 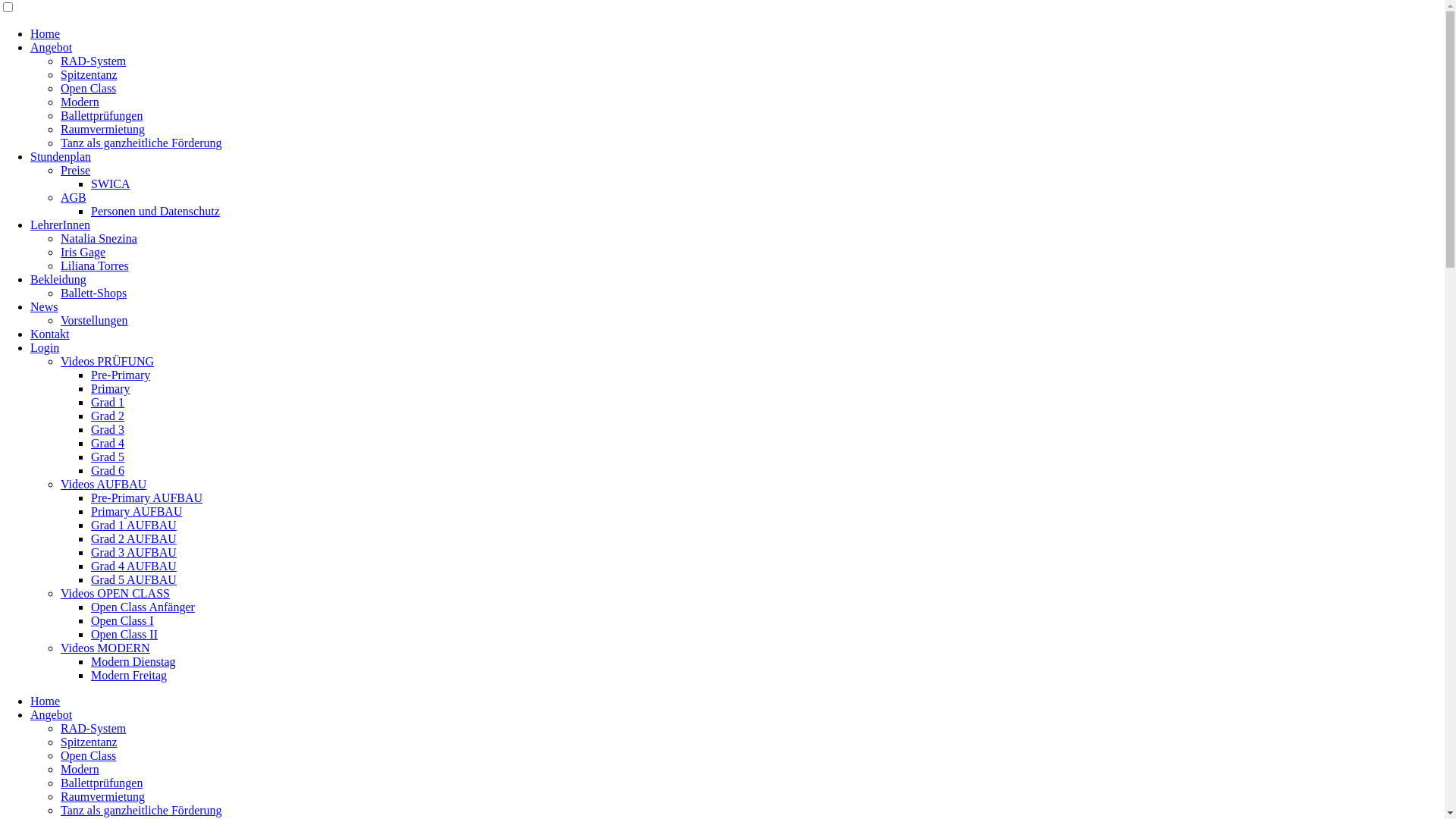 I want to click on 'Preise', so click(x=74, y=170).